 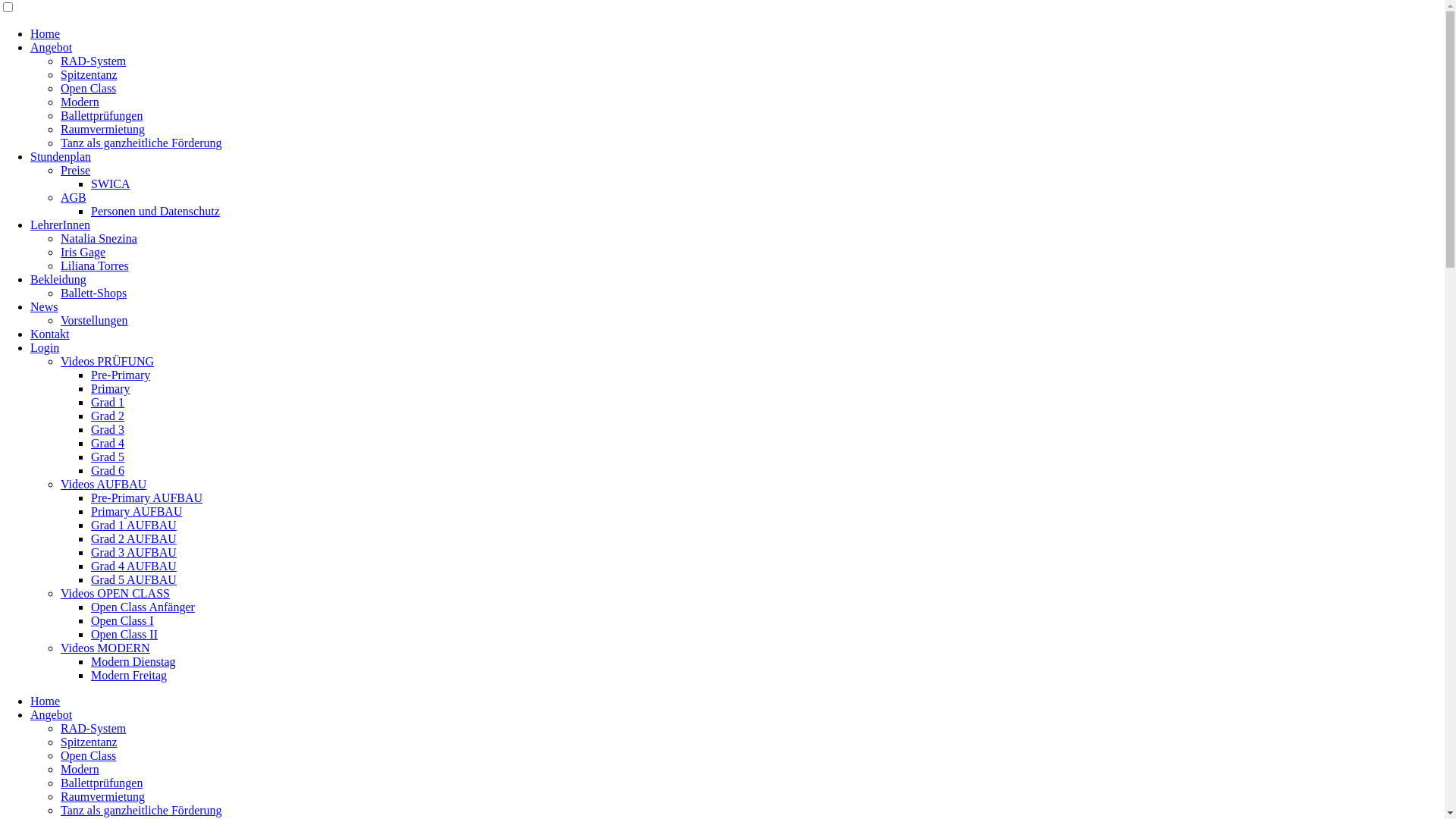 I want to click on 'Preise', so click(x=74, y=170).